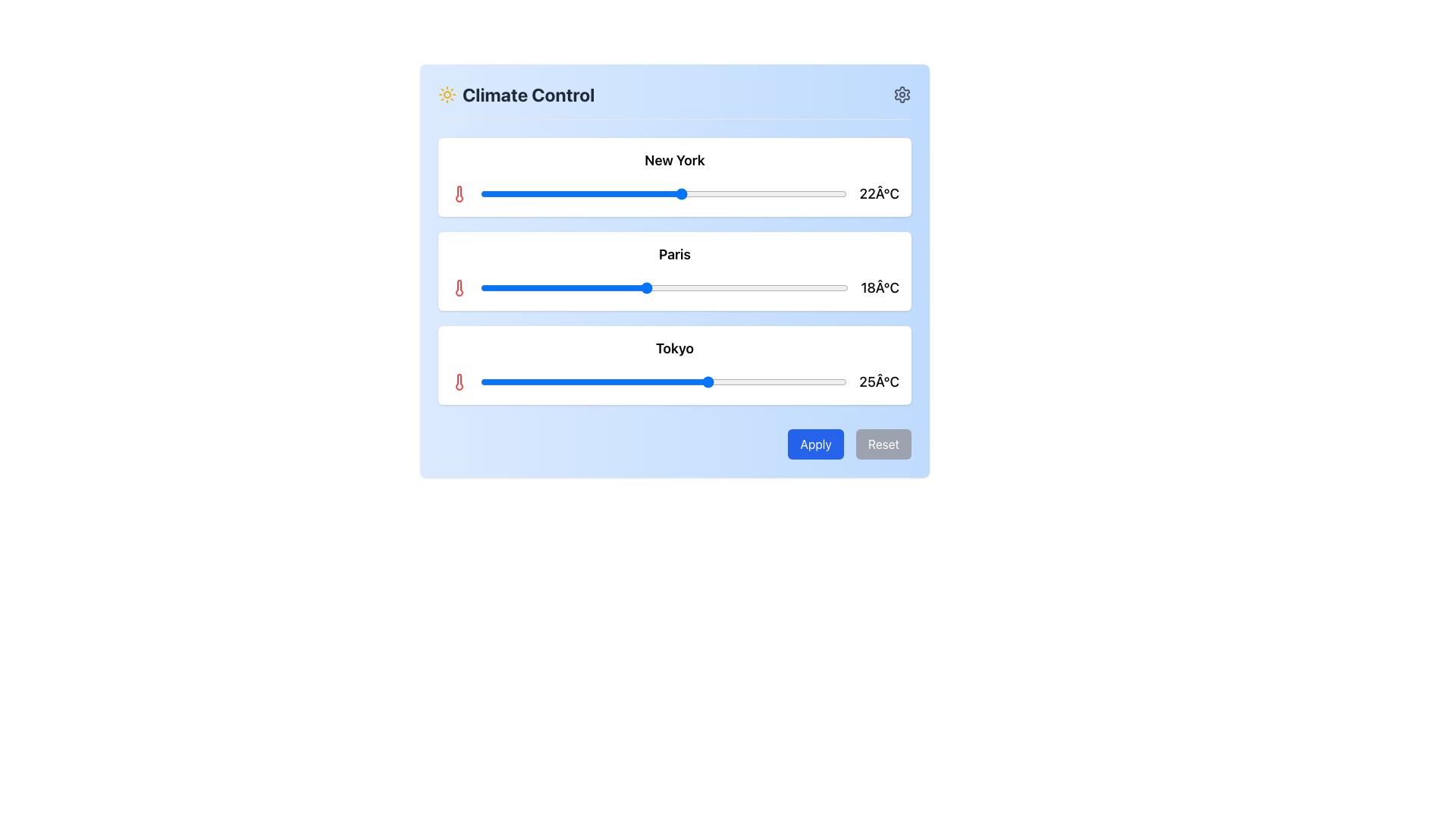 This screenshot has width=1456, height=819. I want to click on the temperature data icon for 'Paris' located in the second row of the 'Climate Control' module, so click(458, 288).